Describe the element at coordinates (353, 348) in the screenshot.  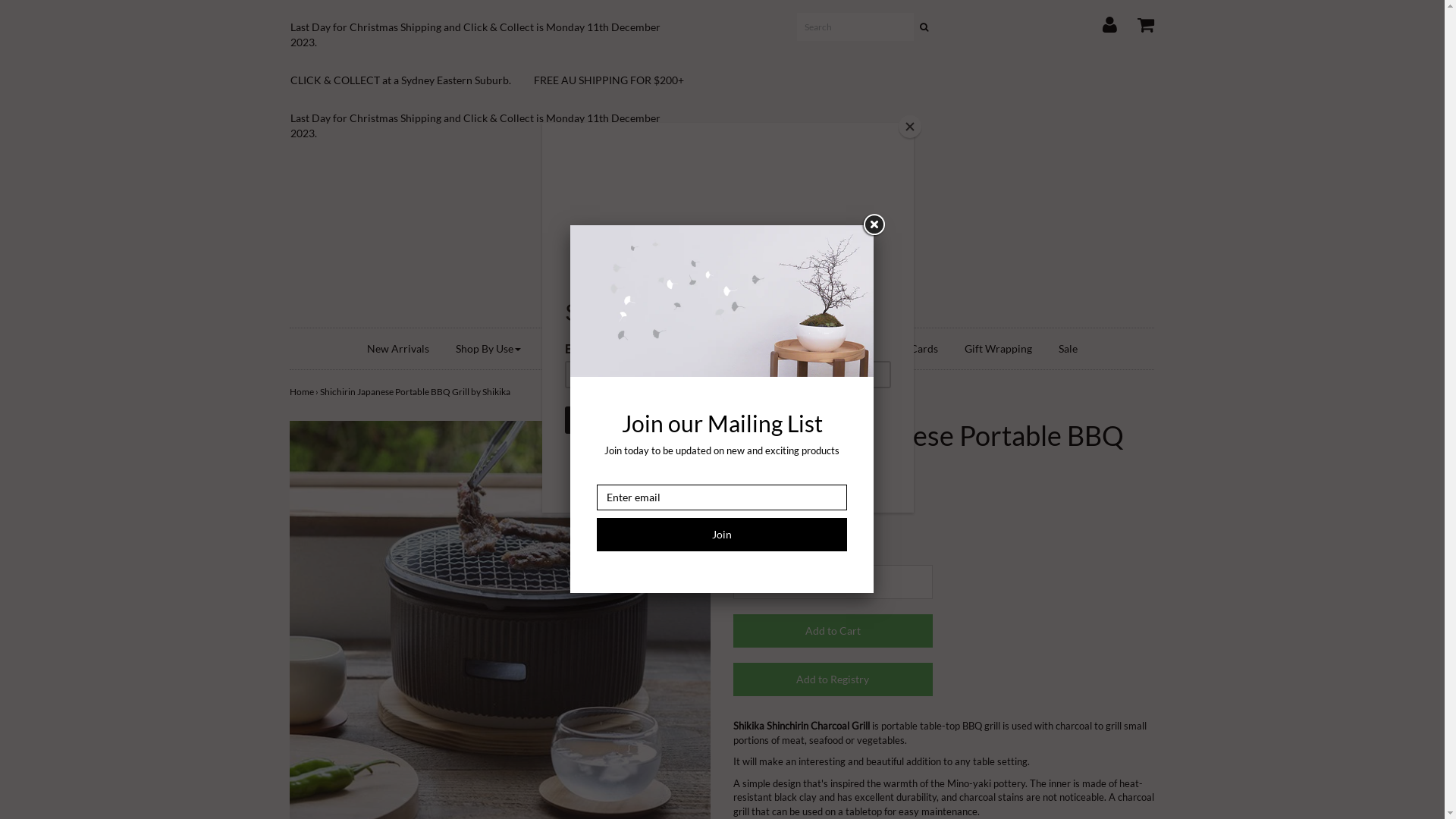
I see `'New Arrivals'` at that location.